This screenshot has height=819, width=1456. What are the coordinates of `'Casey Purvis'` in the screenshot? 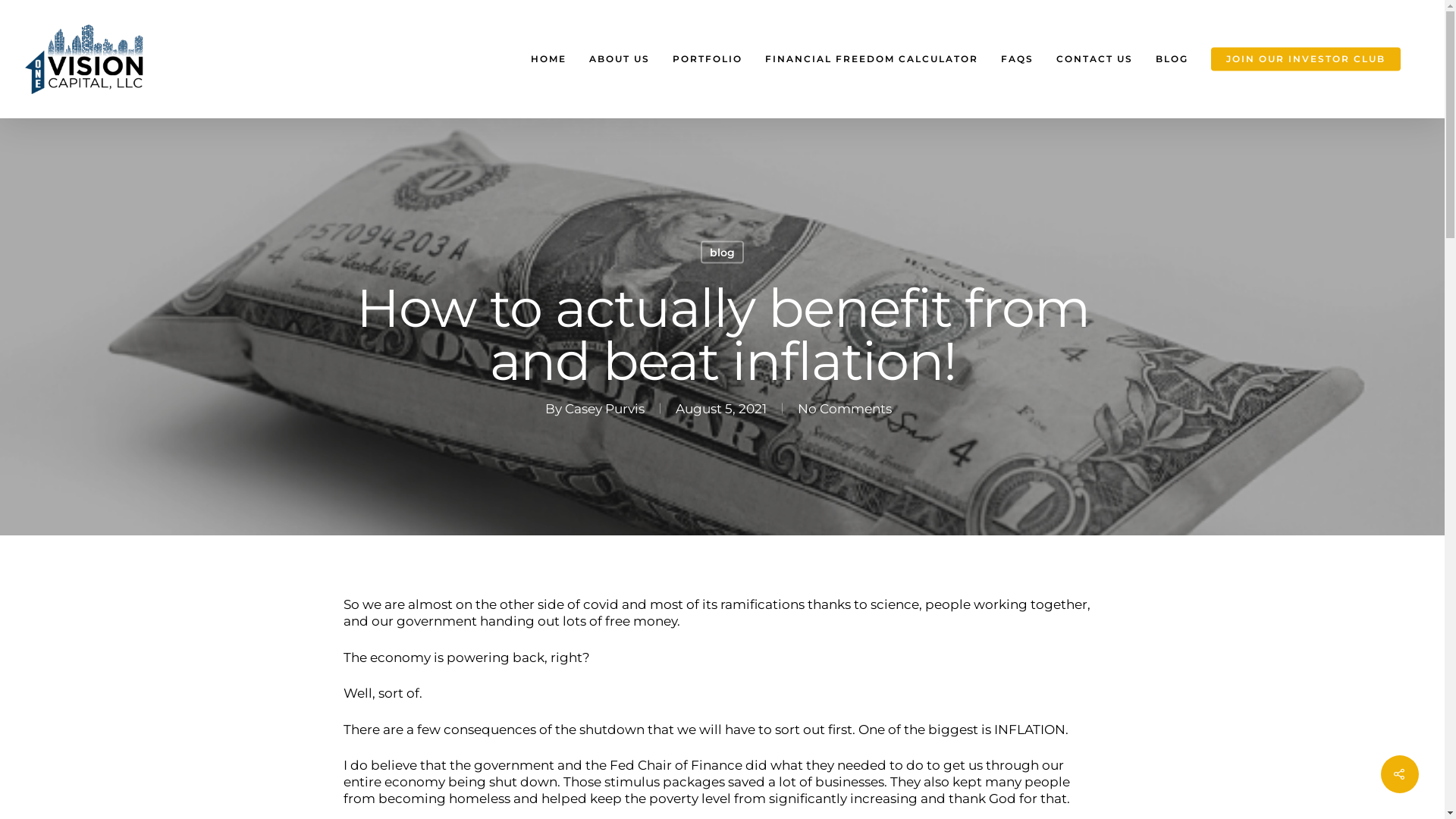 It's located at (604, 406).